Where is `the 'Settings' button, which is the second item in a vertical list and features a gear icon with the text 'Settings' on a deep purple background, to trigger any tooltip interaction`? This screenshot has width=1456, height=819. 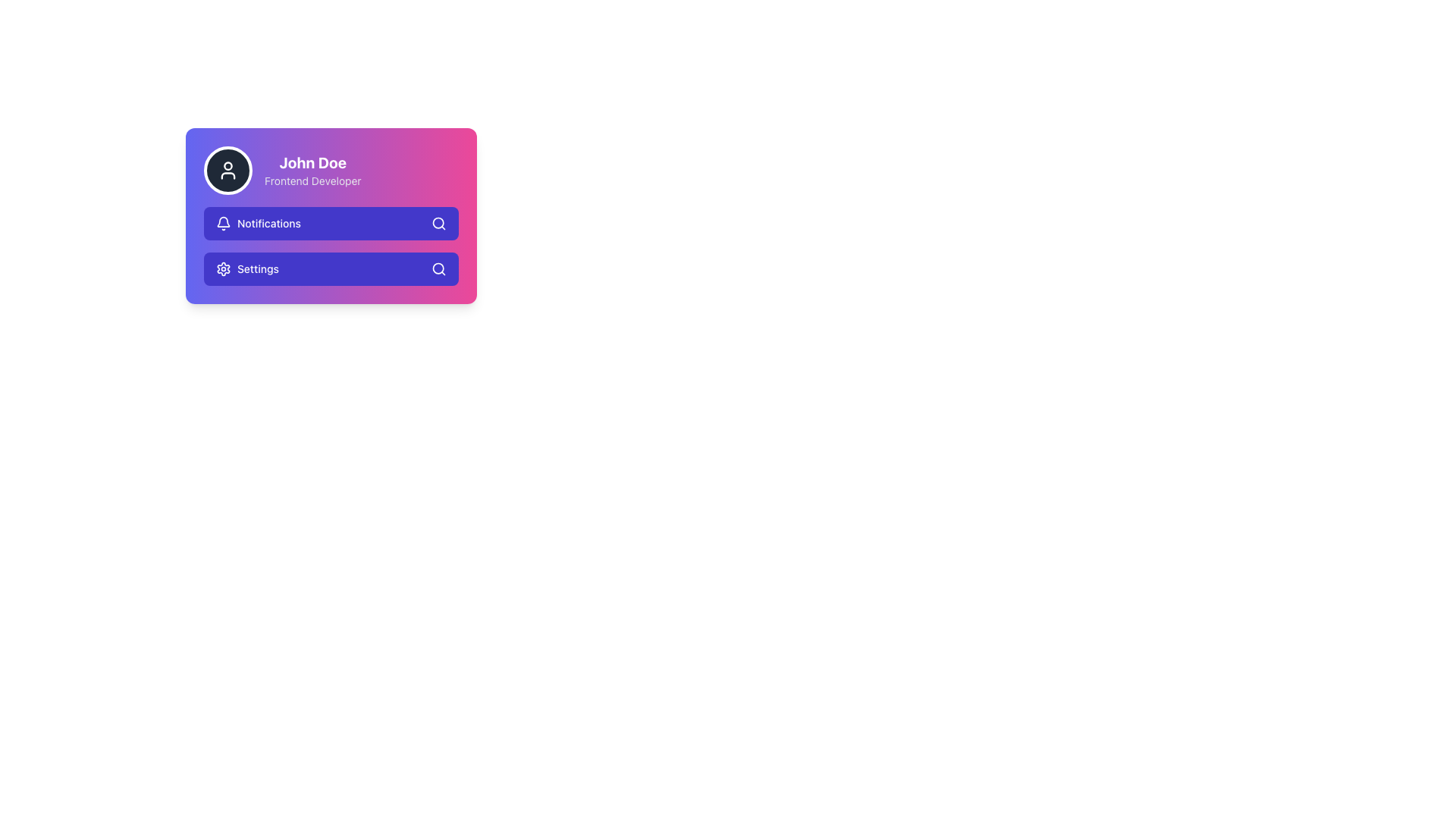 the 'Settings' button, which is the second item in a vertical list and features a gear icon with the text 'Settings' on a deep purple background, to trigger any tooltip interaction is located at coordinates (247, 268).